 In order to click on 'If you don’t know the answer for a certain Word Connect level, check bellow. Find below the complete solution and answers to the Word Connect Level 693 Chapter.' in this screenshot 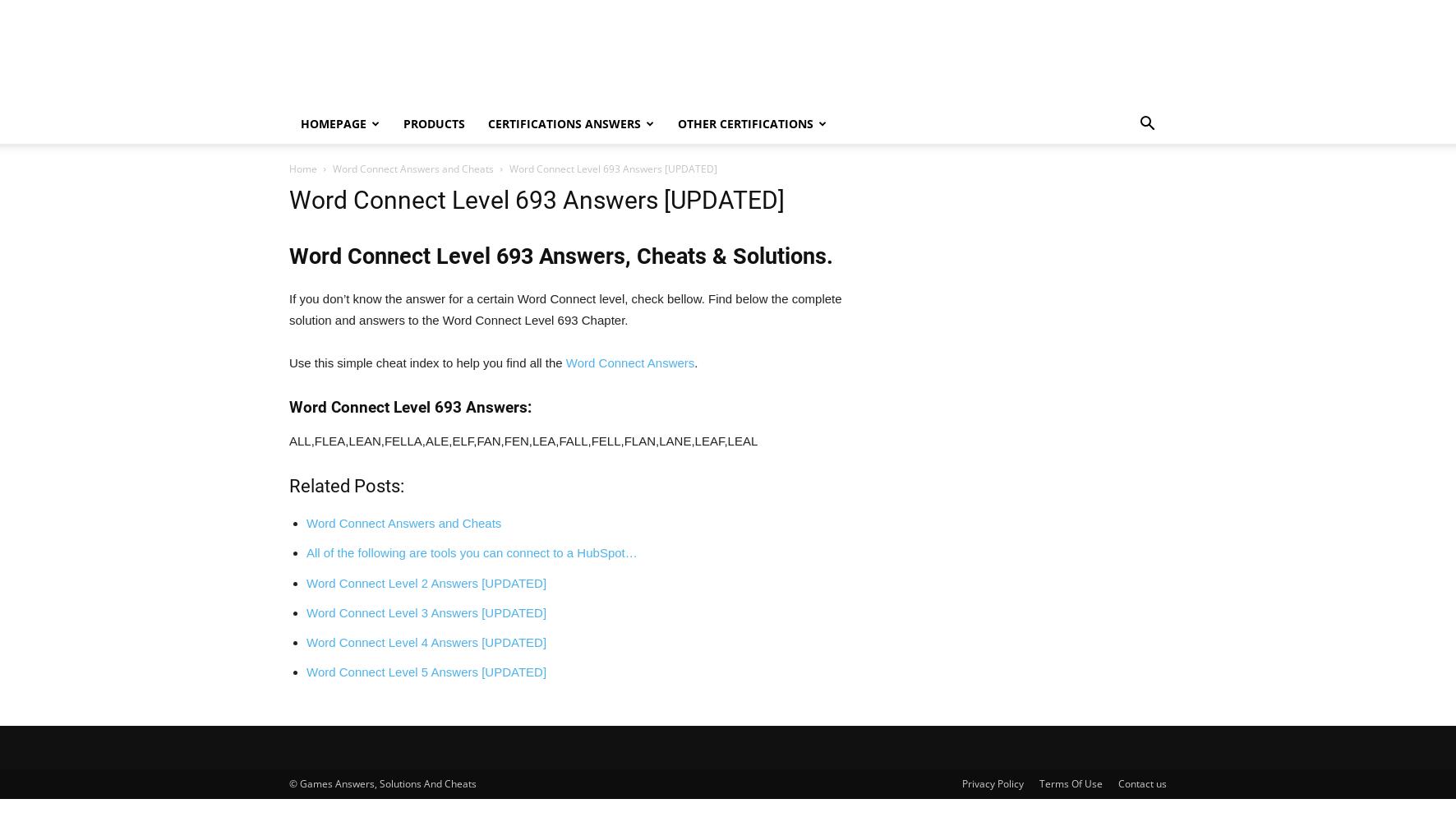, I will do `click(288, 309)`.